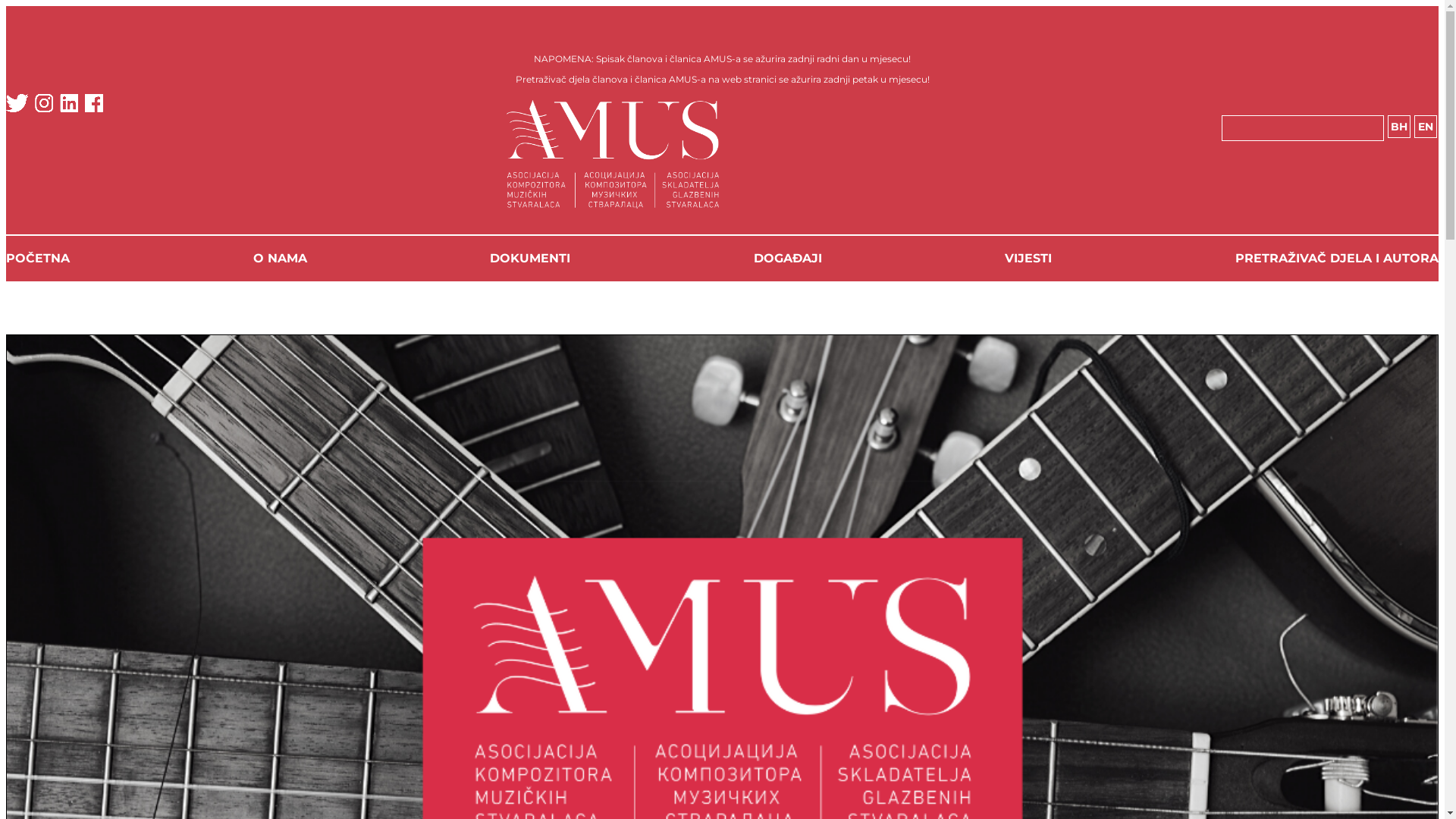  Describe the element at coordinates (1398, 125) in the screenshot. I see `'BH'` at that location.